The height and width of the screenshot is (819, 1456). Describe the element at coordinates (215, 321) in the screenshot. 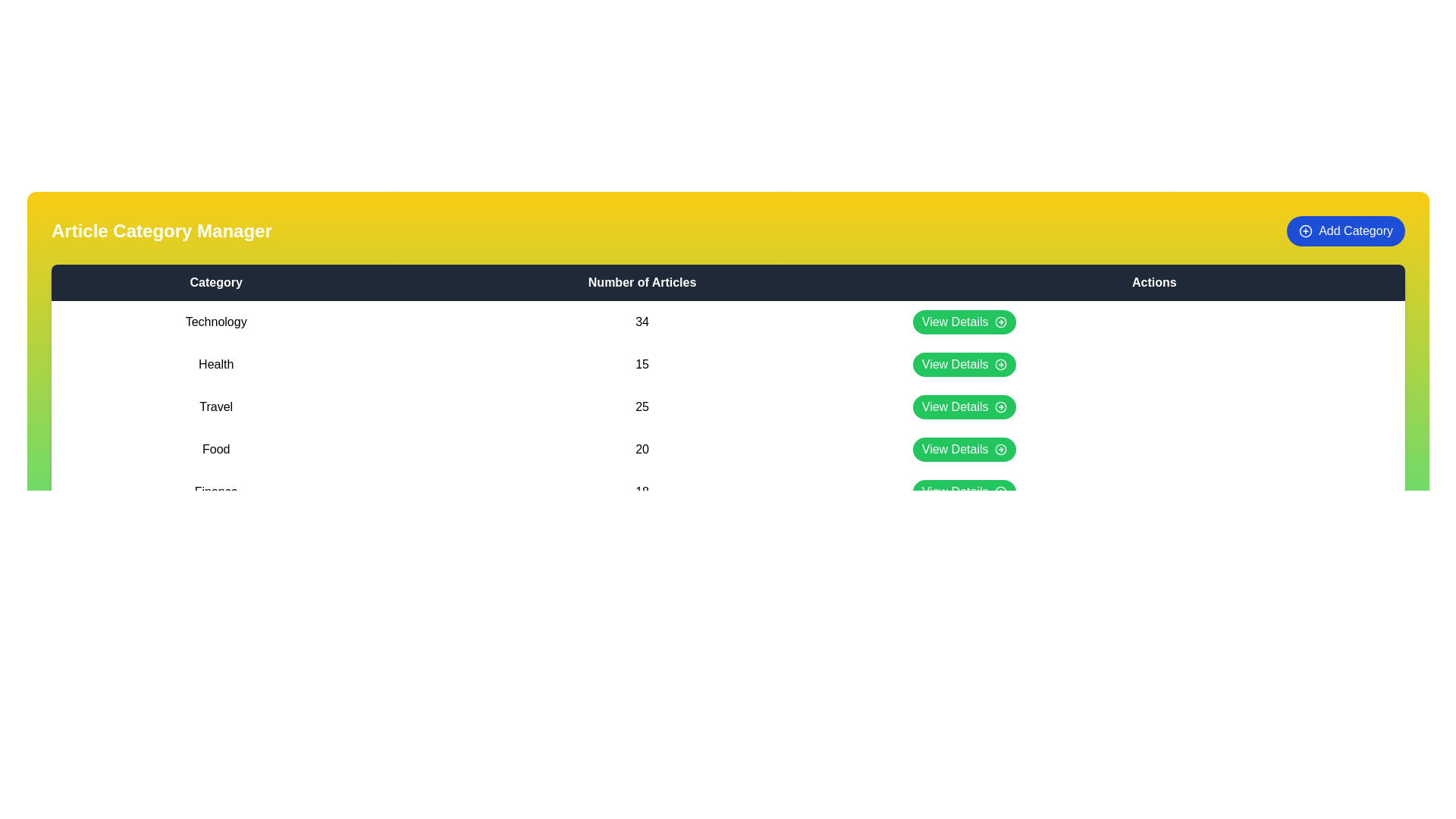

I see `the category name Technology in the table` at that location.